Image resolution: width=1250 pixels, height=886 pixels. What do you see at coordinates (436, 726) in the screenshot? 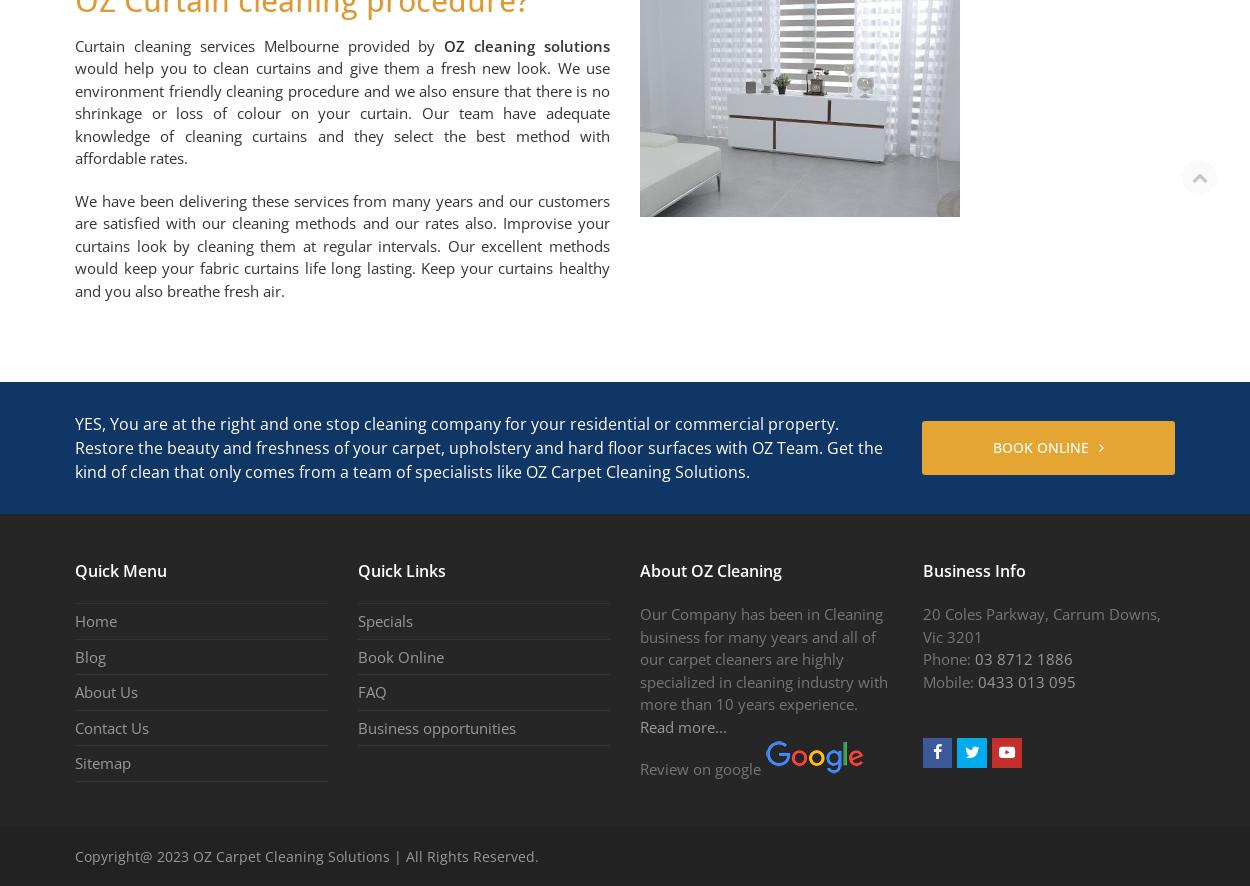
I see `'Business opportunities'` at bounding box center [436, 726].